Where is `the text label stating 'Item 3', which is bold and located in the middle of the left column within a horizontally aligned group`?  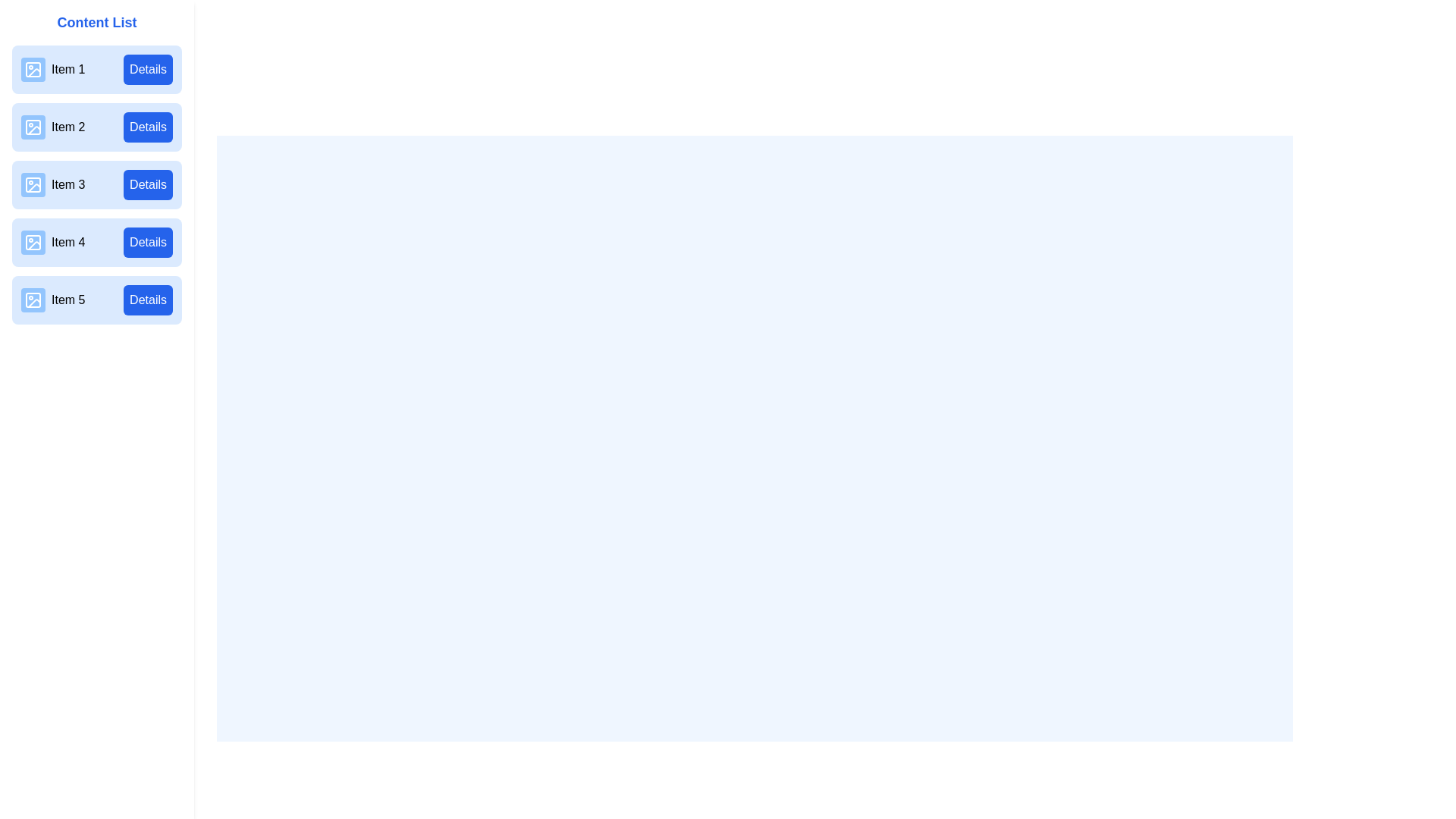 the text label stating 'Item 3', which is bold and located in the middle of the left column within a horizontally aligned group is located at coordinates (53, 184).